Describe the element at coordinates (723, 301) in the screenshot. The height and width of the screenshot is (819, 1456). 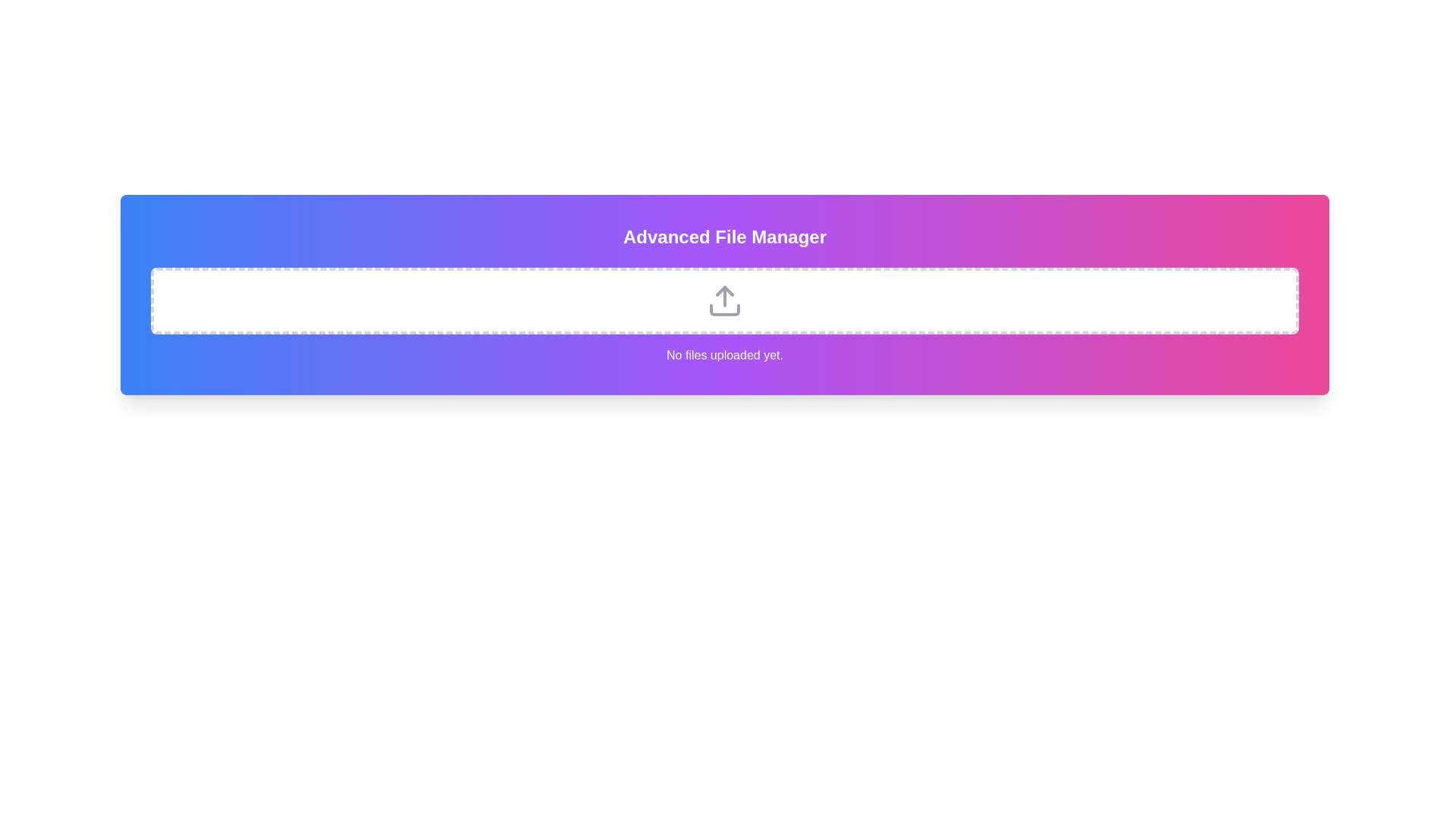
I see `the interactive file upload area, which is a white rectangular area with dashed gray borders and an upload icon` at that location.